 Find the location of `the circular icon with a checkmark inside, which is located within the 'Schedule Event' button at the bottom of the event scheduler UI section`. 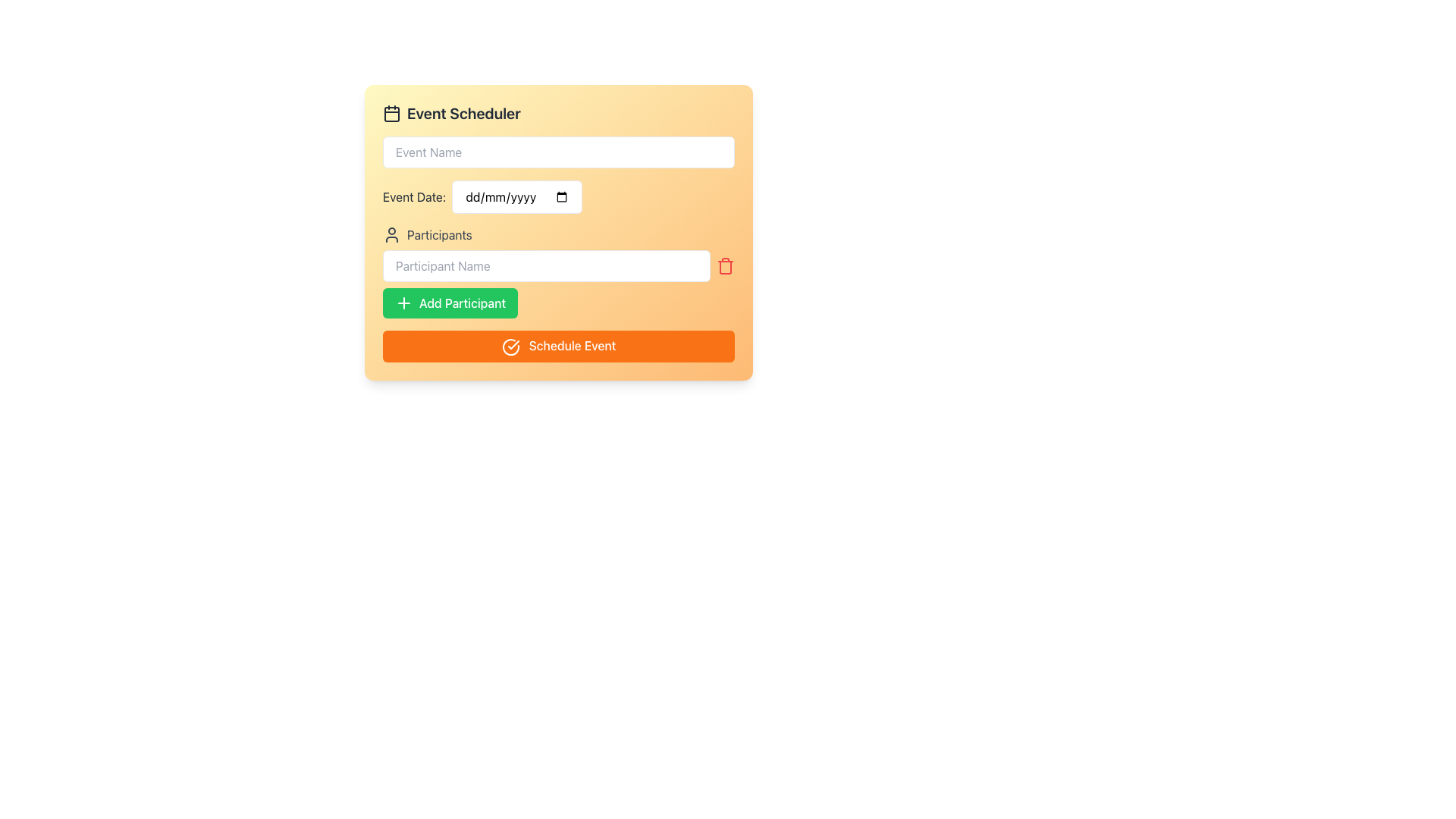

the circular icon with a checkmark inside, which is located within the 'Schedule Event' button at the bottom of the event scheduler UI section is located at coordinates (510, 347).